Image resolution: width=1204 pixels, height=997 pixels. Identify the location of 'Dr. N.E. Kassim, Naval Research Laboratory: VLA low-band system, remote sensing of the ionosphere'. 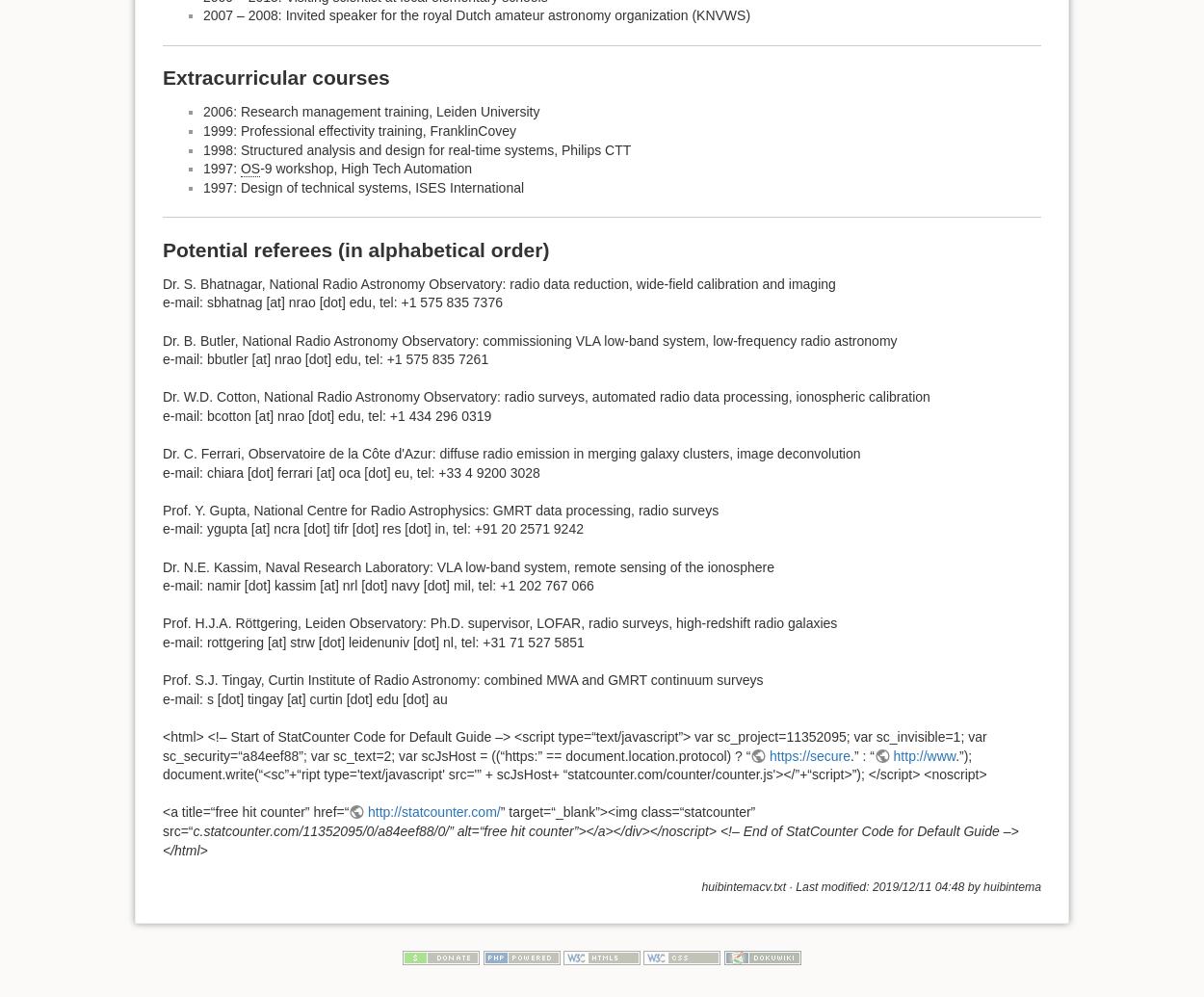
(467, 564).